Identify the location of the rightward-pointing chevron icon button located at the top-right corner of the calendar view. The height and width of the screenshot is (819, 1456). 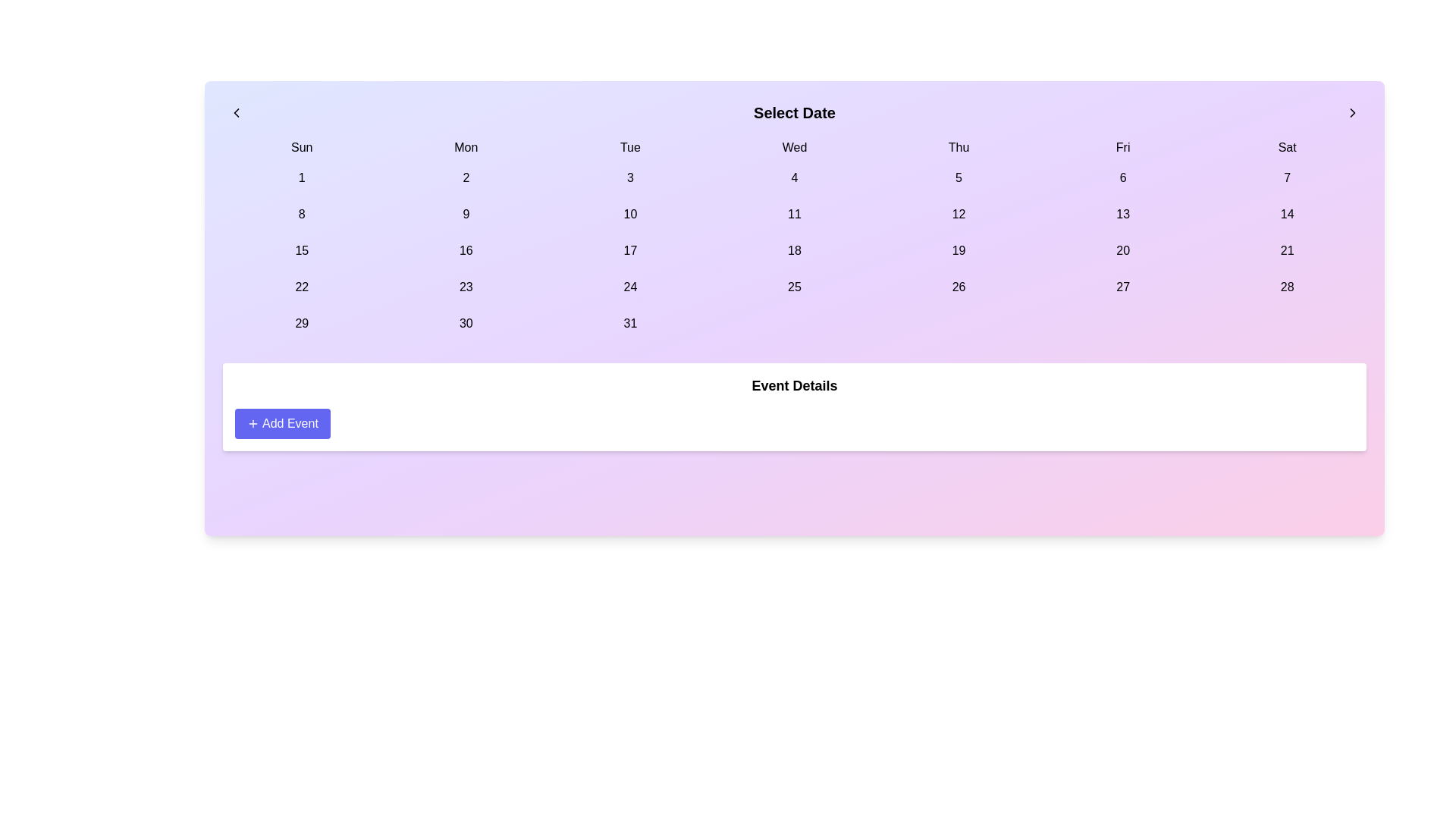
(1353, 112).